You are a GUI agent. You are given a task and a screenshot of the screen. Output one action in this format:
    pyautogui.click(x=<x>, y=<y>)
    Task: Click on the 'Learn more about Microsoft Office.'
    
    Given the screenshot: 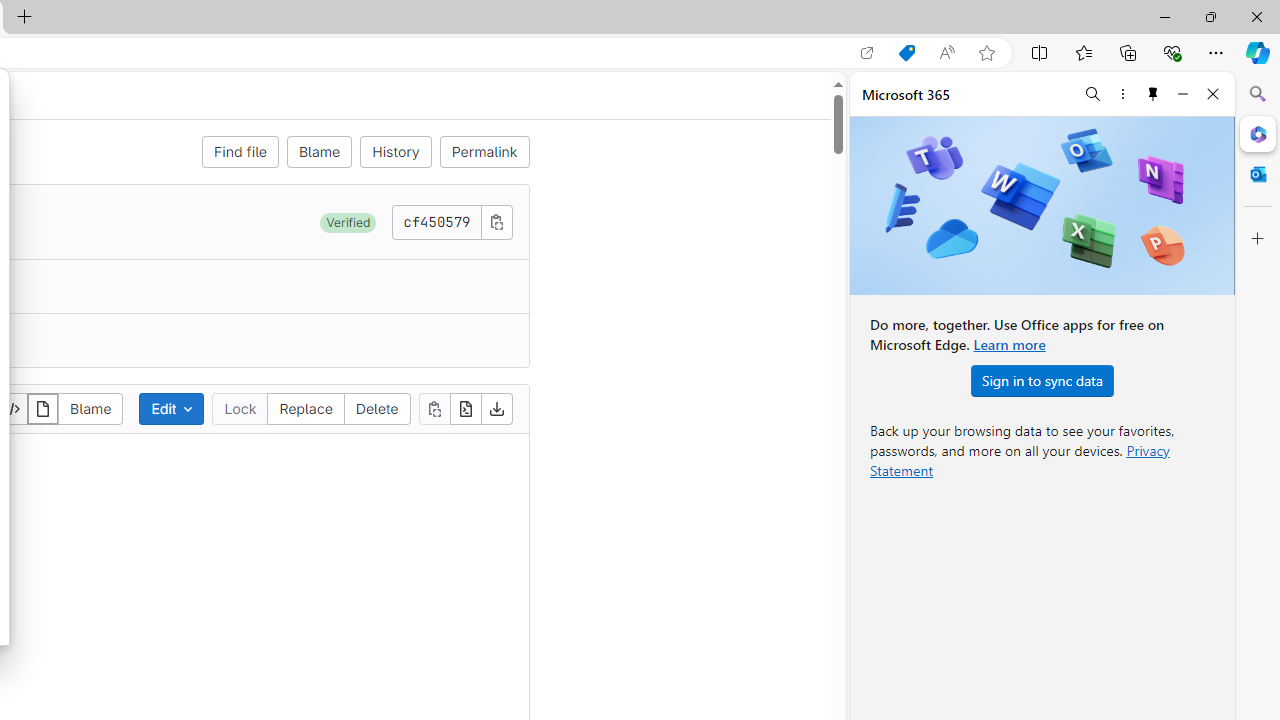 What is the action you would take?
    pyautogui.click(x=1009, y=343)
    